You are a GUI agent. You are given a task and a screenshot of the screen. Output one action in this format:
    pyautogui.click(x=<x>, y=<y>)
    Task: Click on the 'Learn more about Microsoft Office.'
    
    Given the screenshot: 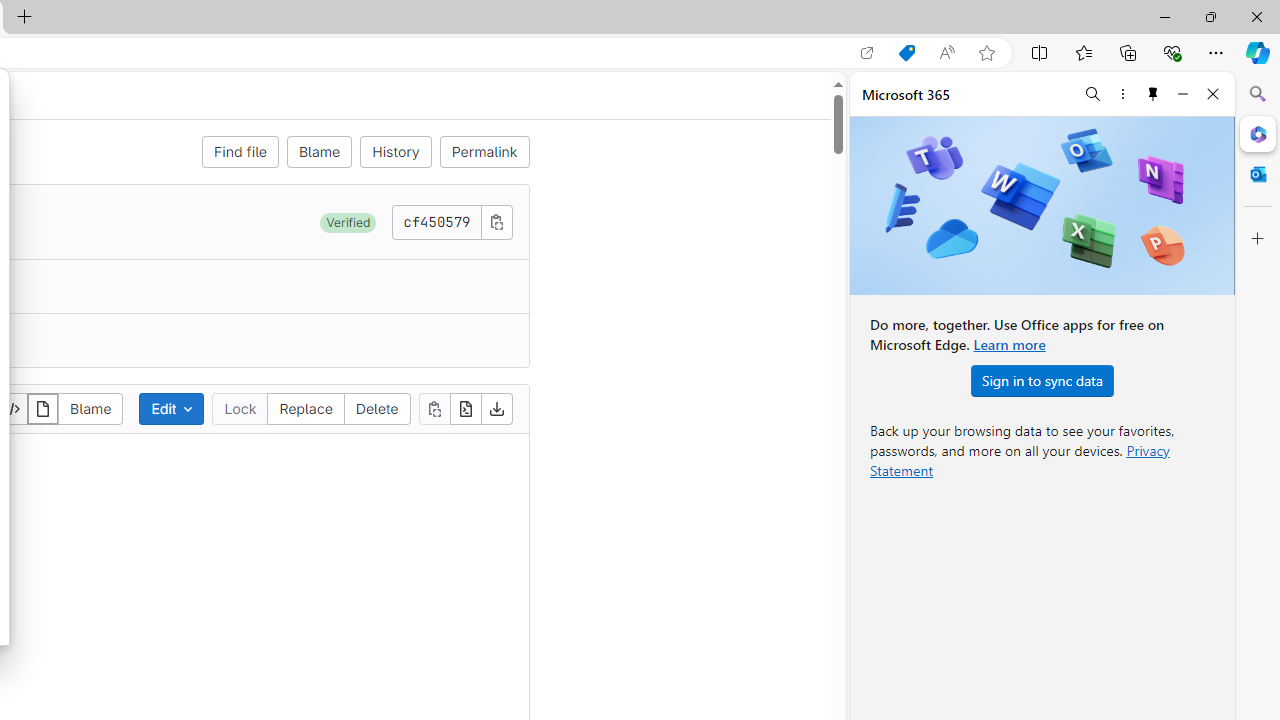 What is the action you would take?
    pyautogui.click(x=1009, y=343)
    